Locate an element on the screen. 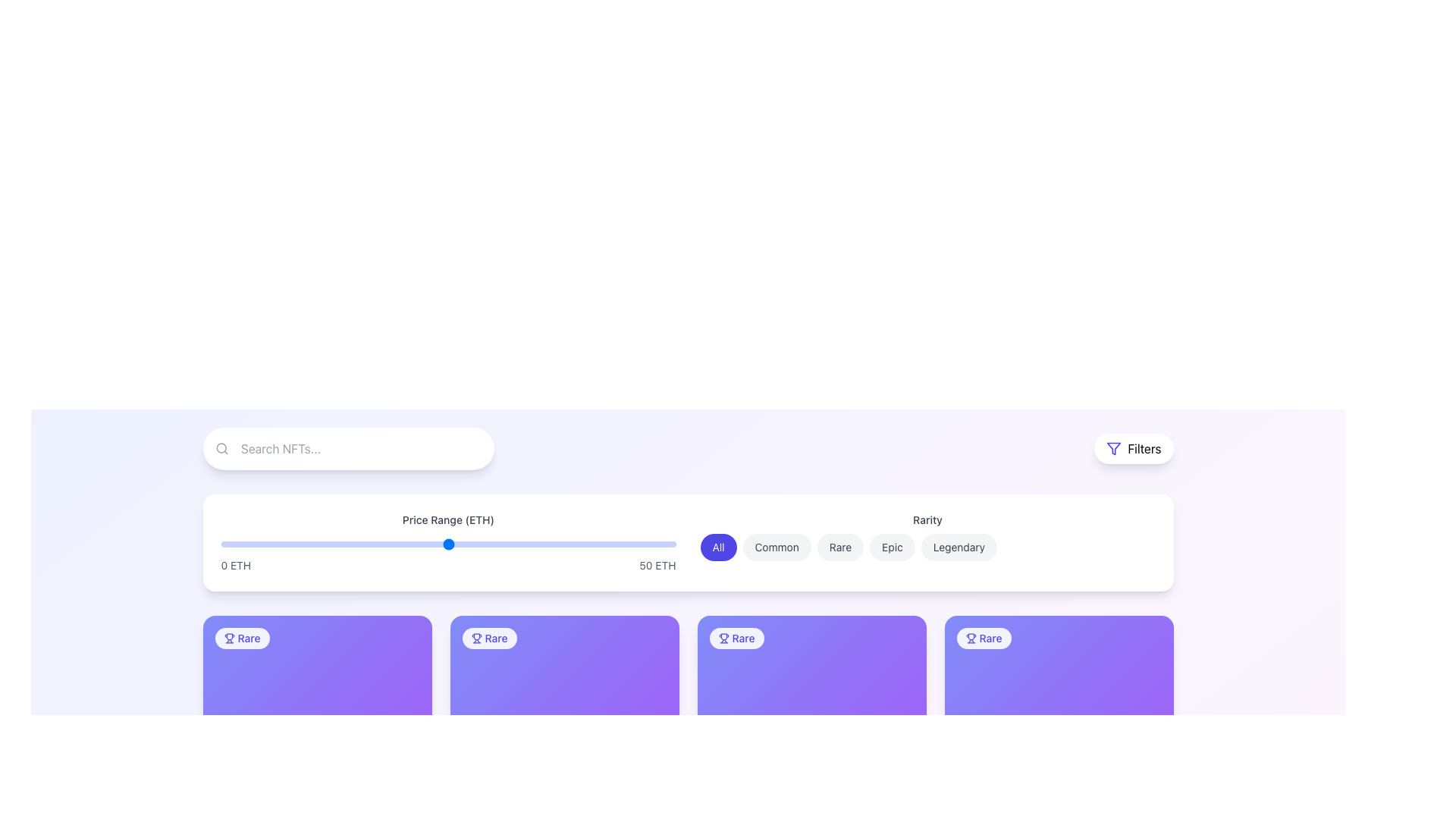 Image resolution: width=1456 pixels, height=819 pixels. the slider value is located at coordinates (566, 543).